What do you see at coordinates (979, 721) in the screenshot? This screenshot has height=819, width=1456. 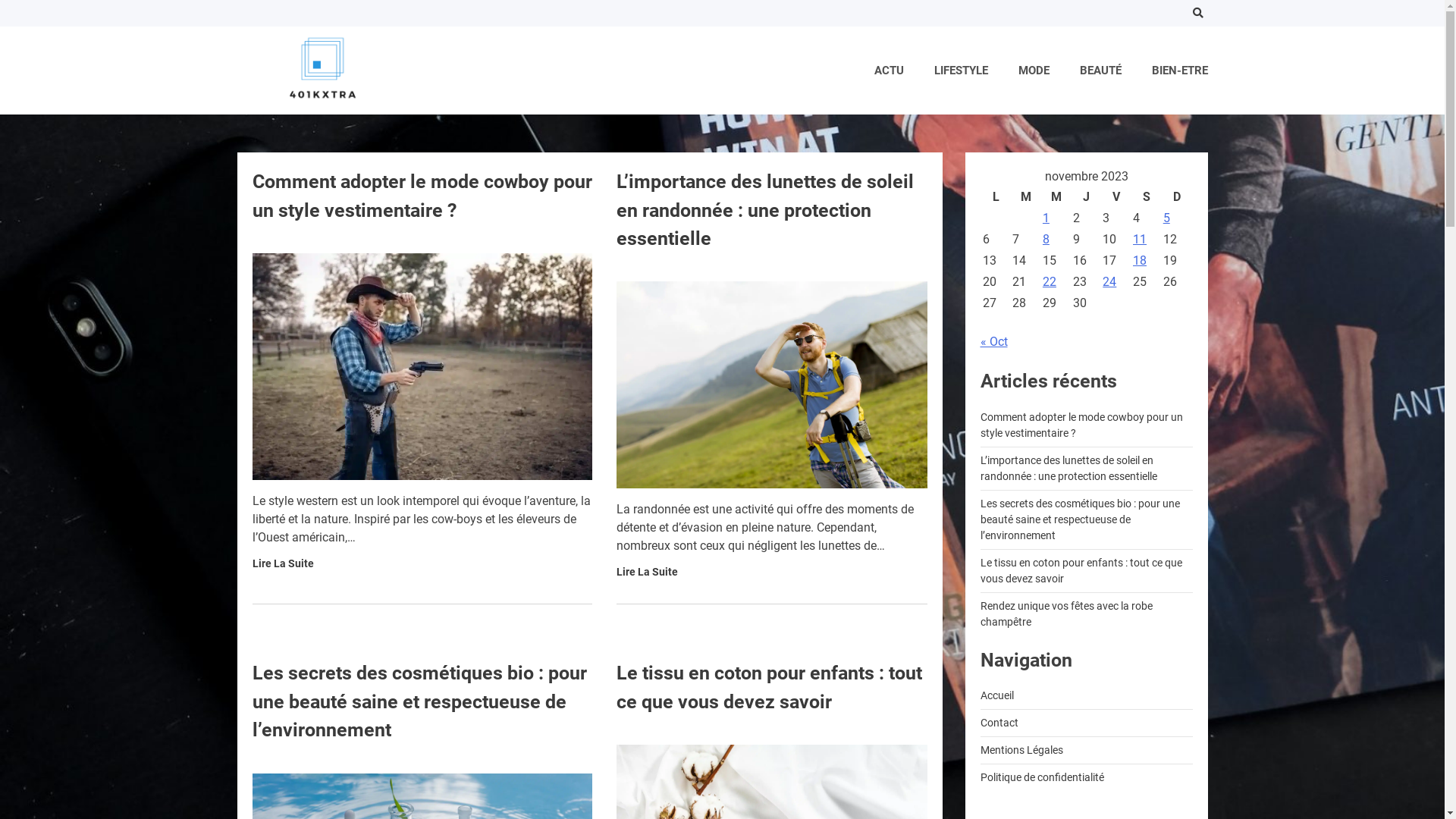 I see `'Contact'` at bounding box center [979, 721].